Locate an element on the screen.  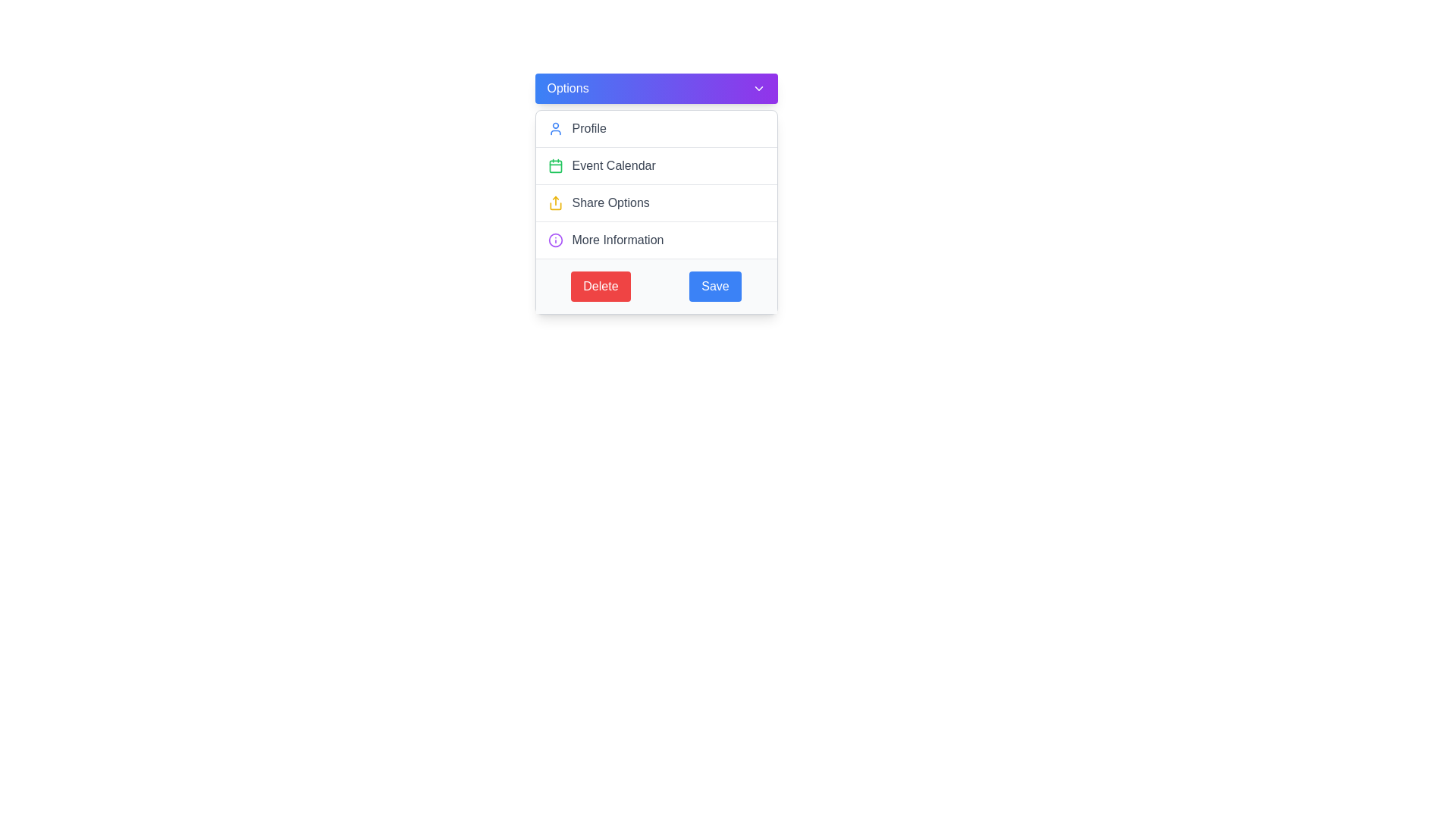
the delete button located at the bottom of the user interface panel is located at coordinates (600, 287).